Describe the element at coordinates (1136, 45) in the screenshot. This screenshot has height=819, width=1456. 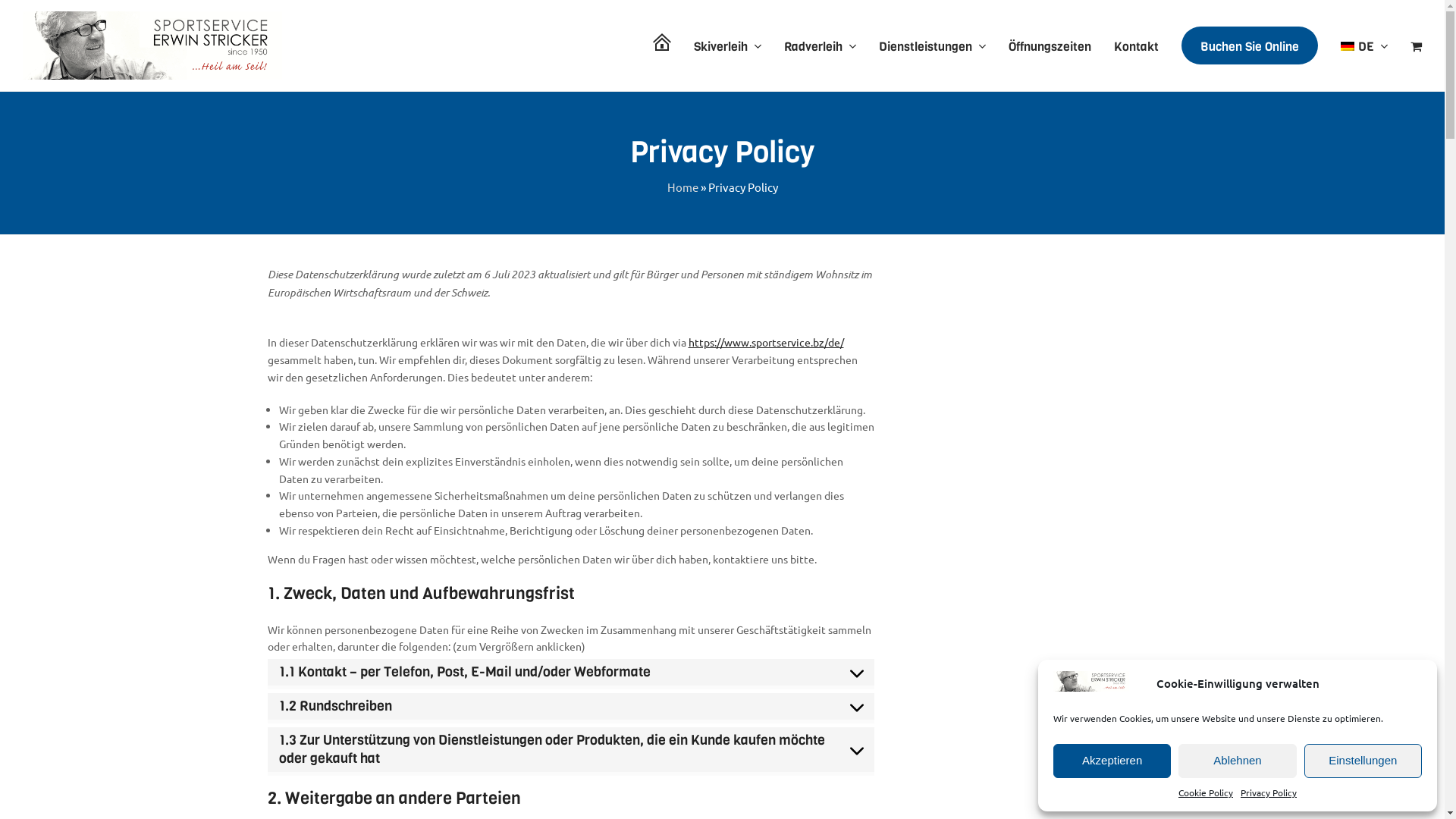
I see `'Kontakt'` at that location.